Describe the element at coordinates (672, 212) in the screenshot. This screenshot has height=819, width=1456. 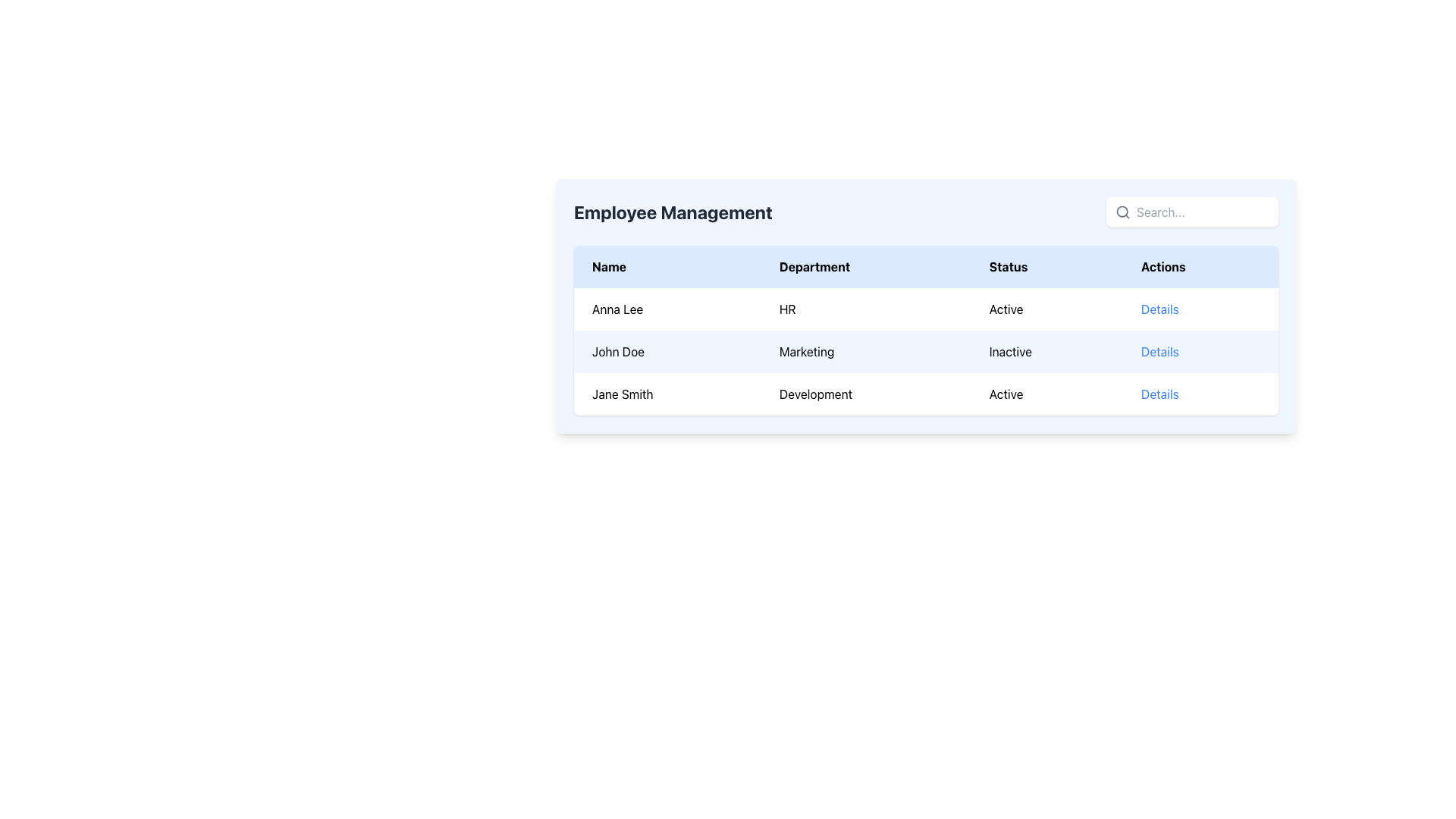
I see `the Text Label that serves as a title or heading above the employee information table, located near the top left of its section` at that location.